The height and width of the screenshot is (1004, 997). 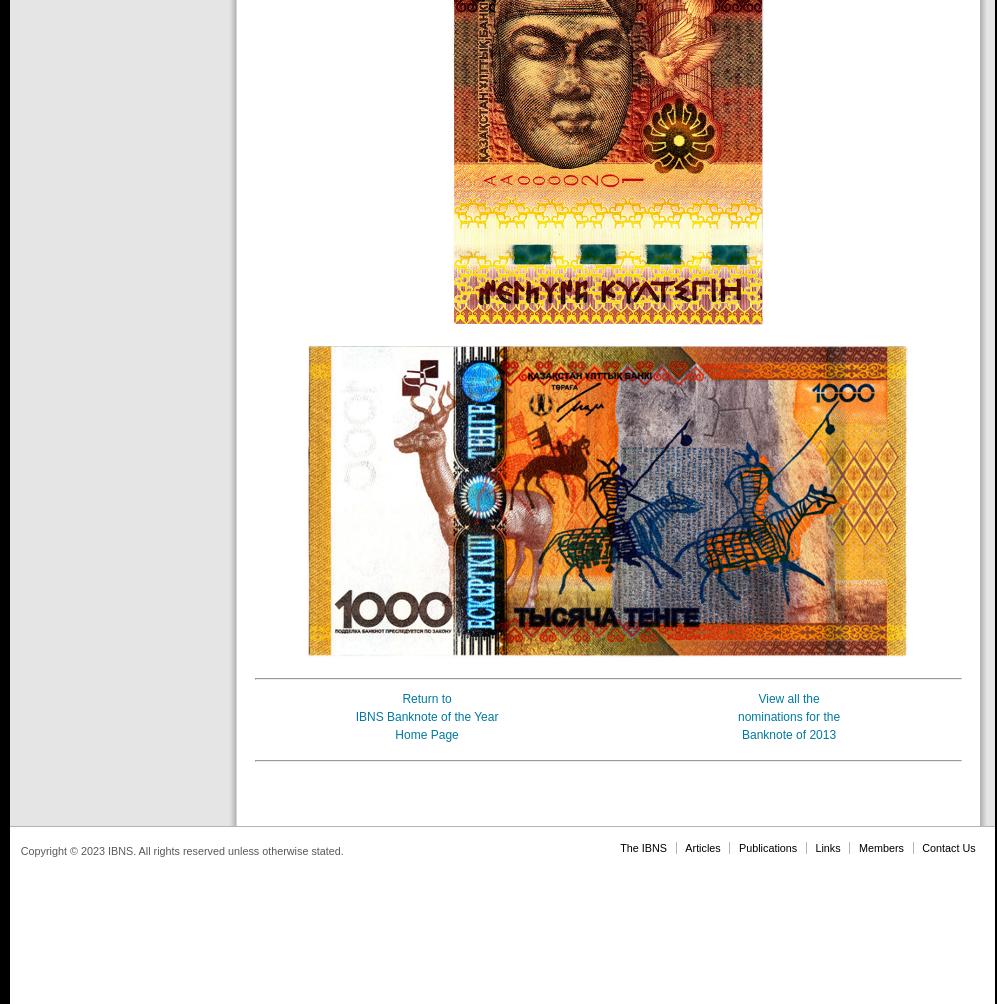 I want to click on 'Contact Us', so click(x=948, y=846).